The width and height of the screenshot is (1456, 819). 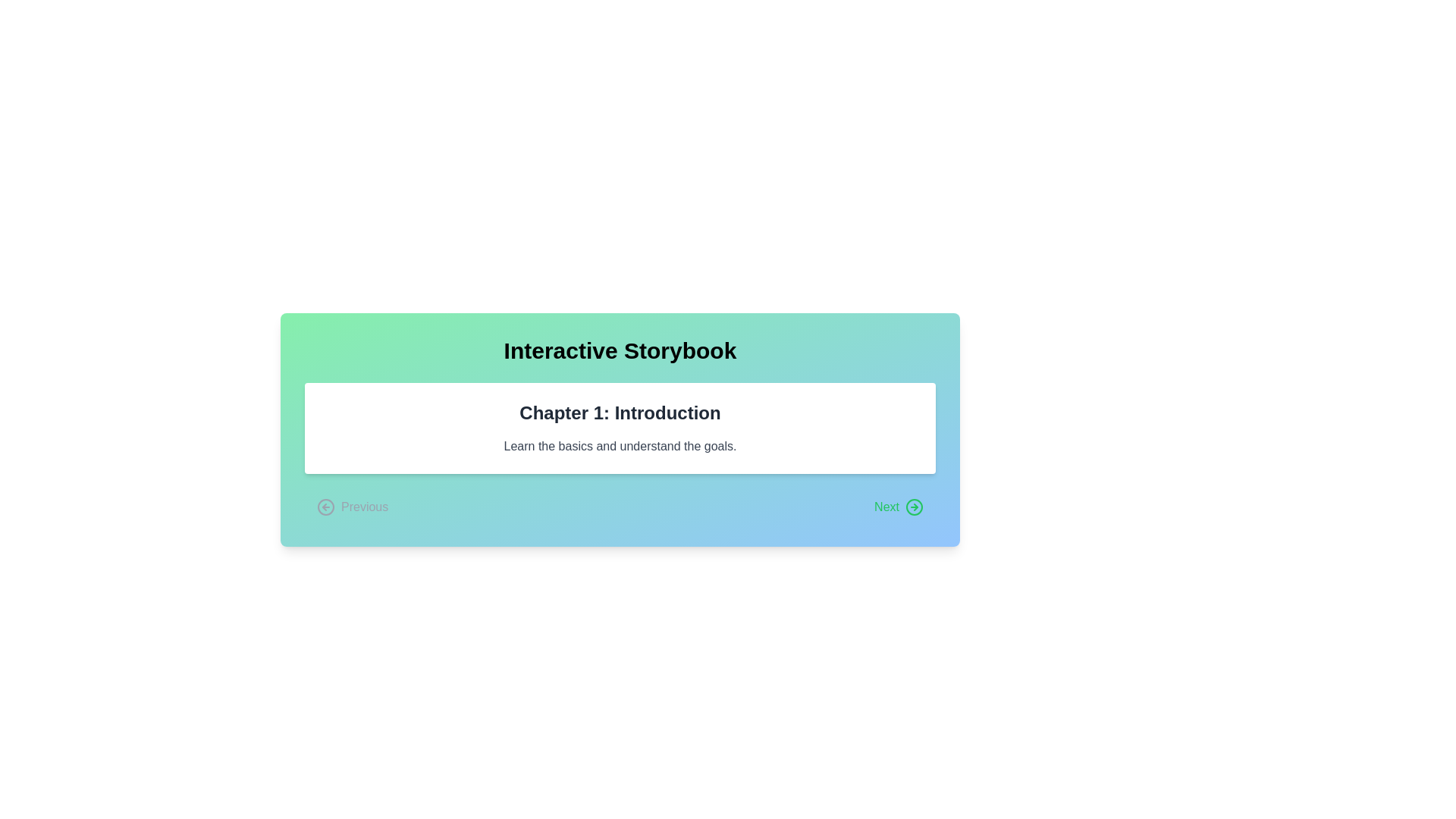 What do you see at coordinates (352, 507) in the screenshot?
I see `the 'Previous' button to navigate to the previous chapter` at bounding box center [352, 507].